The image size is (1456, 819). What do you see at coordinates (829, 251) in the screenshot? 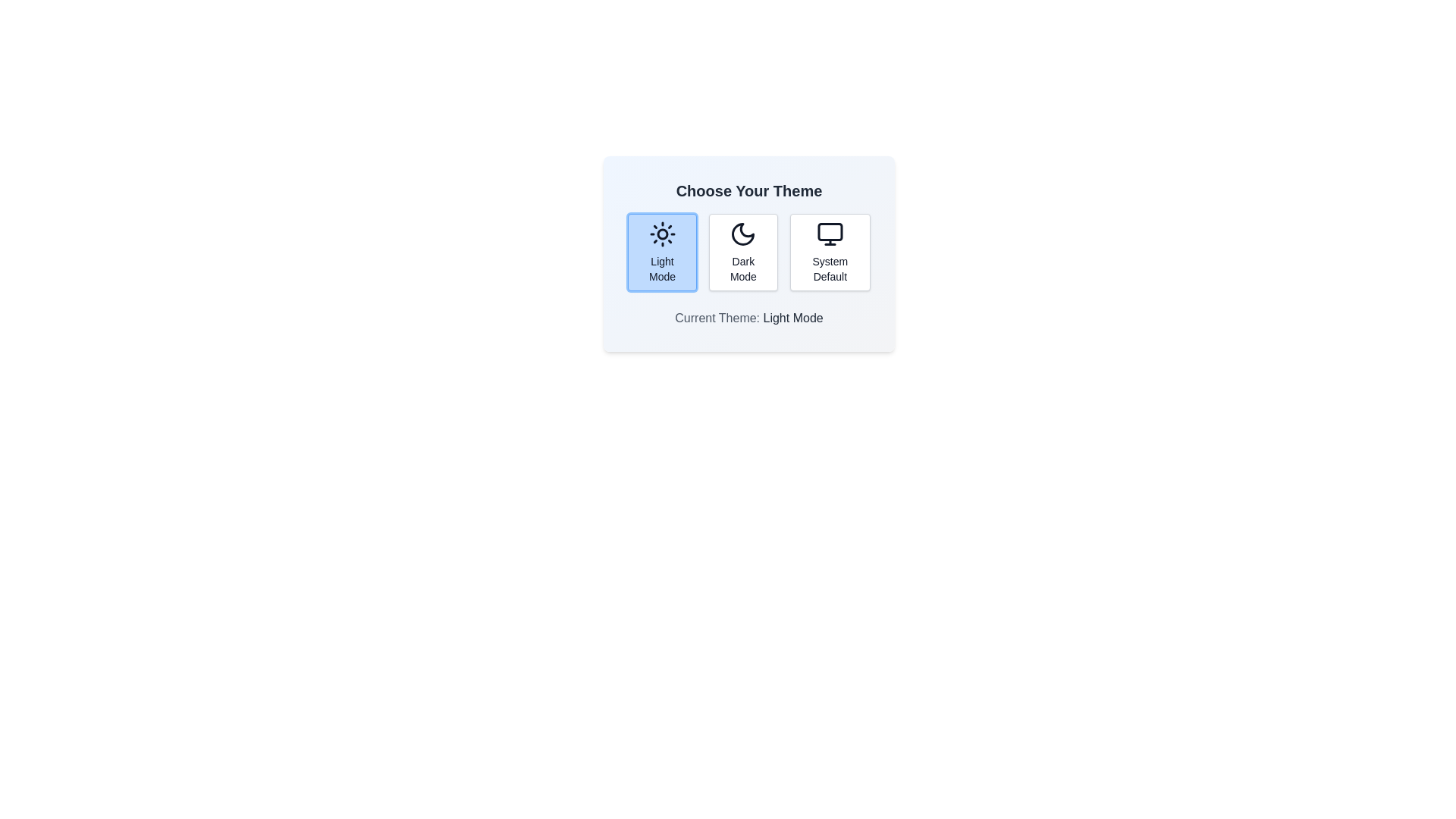
I see `the theme button corresponding to System Default to observe visual changes` at bounding box center [829, 251].